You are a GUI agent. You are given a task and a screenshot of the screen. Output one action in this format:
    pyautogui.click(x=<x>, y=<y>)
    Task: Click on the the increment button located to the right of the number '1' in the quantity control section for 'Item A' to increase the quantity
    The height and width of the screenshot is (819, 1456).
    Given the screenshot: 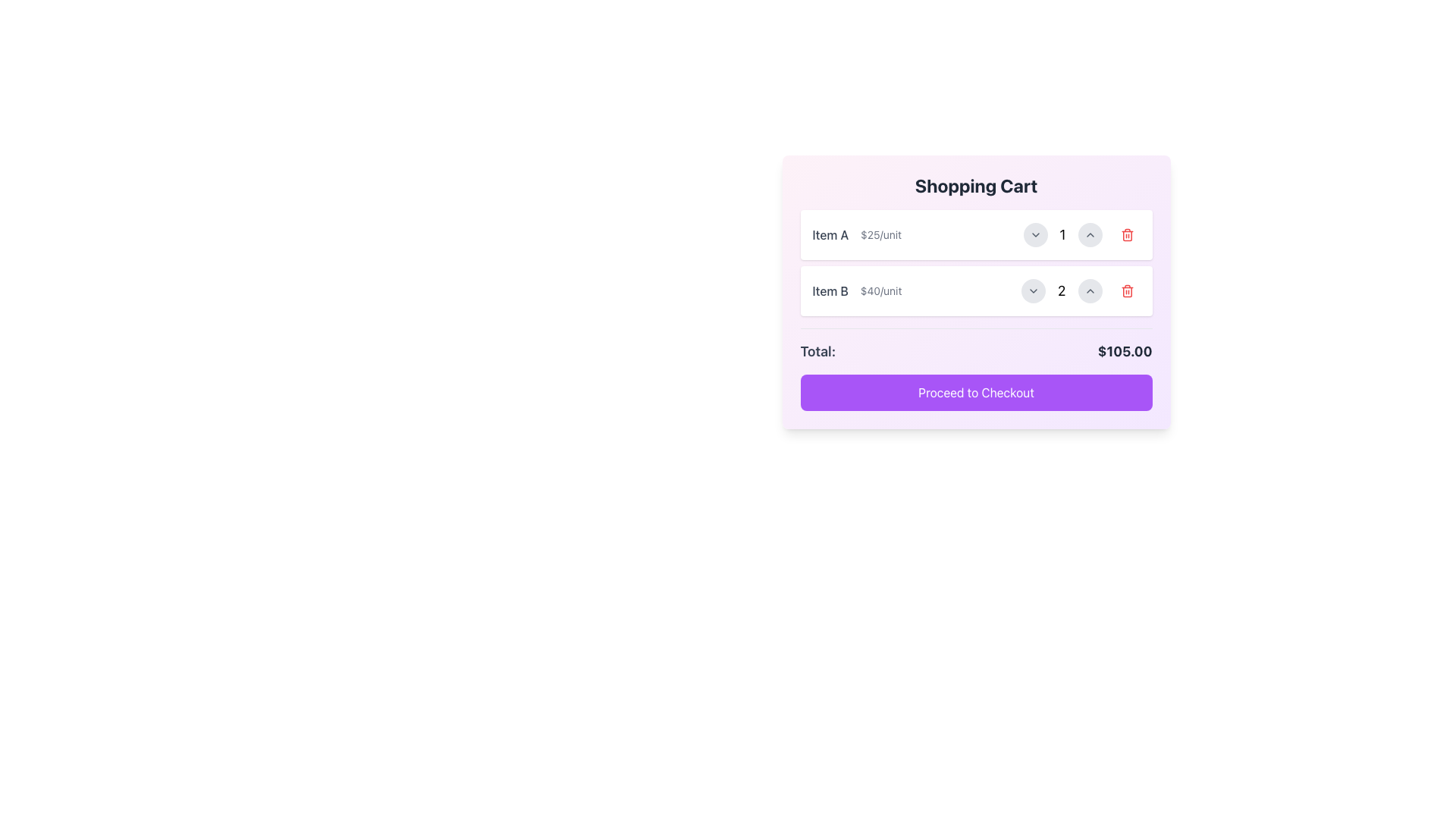 What is the action you would take?
    pyautogui.click(x=1081, y=234)
    